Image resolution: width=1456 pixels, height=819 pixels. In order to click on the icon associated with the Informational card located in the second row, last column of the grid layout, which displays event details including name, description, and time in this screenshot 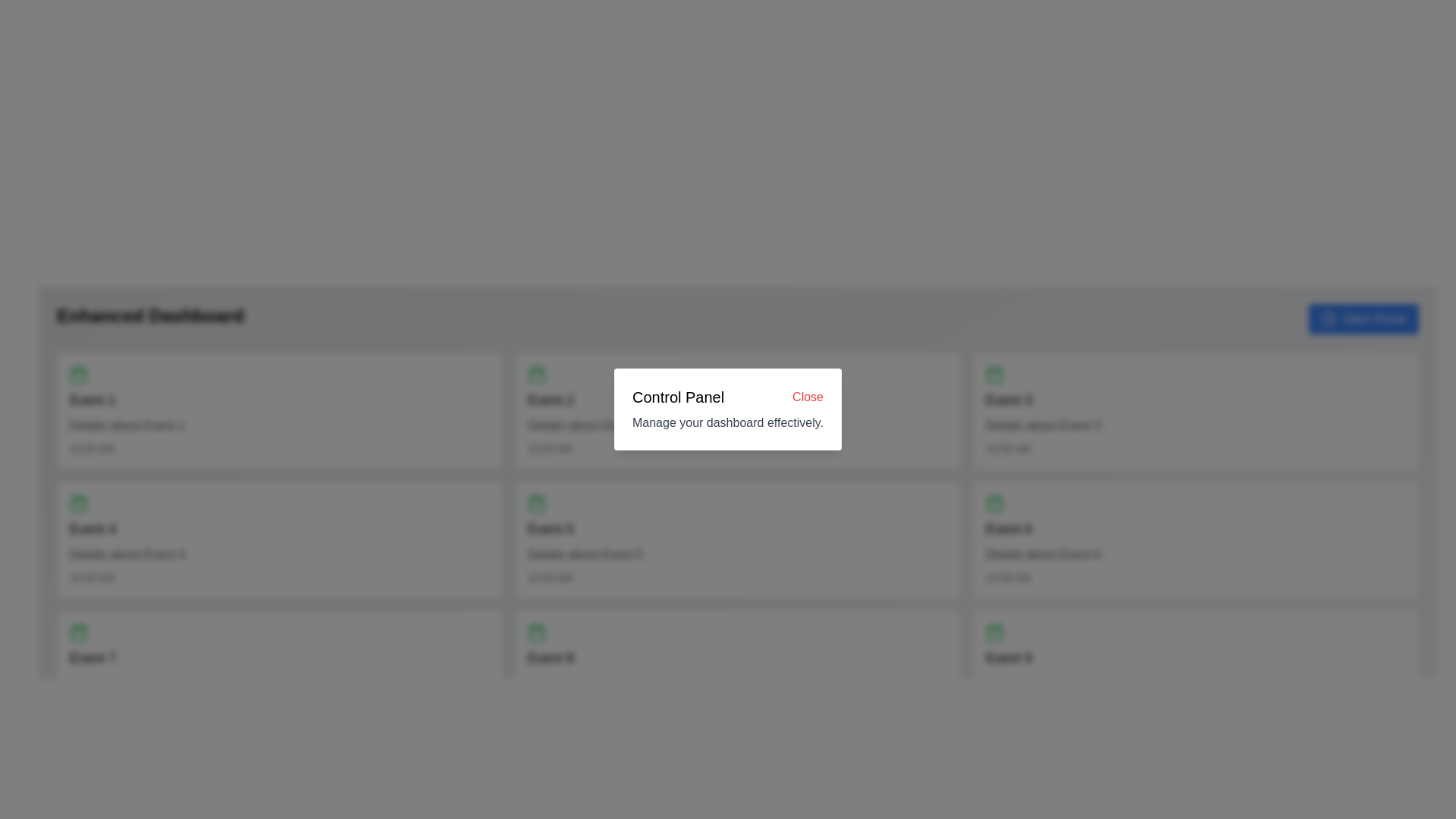, I will do `click(1195, 539)`.